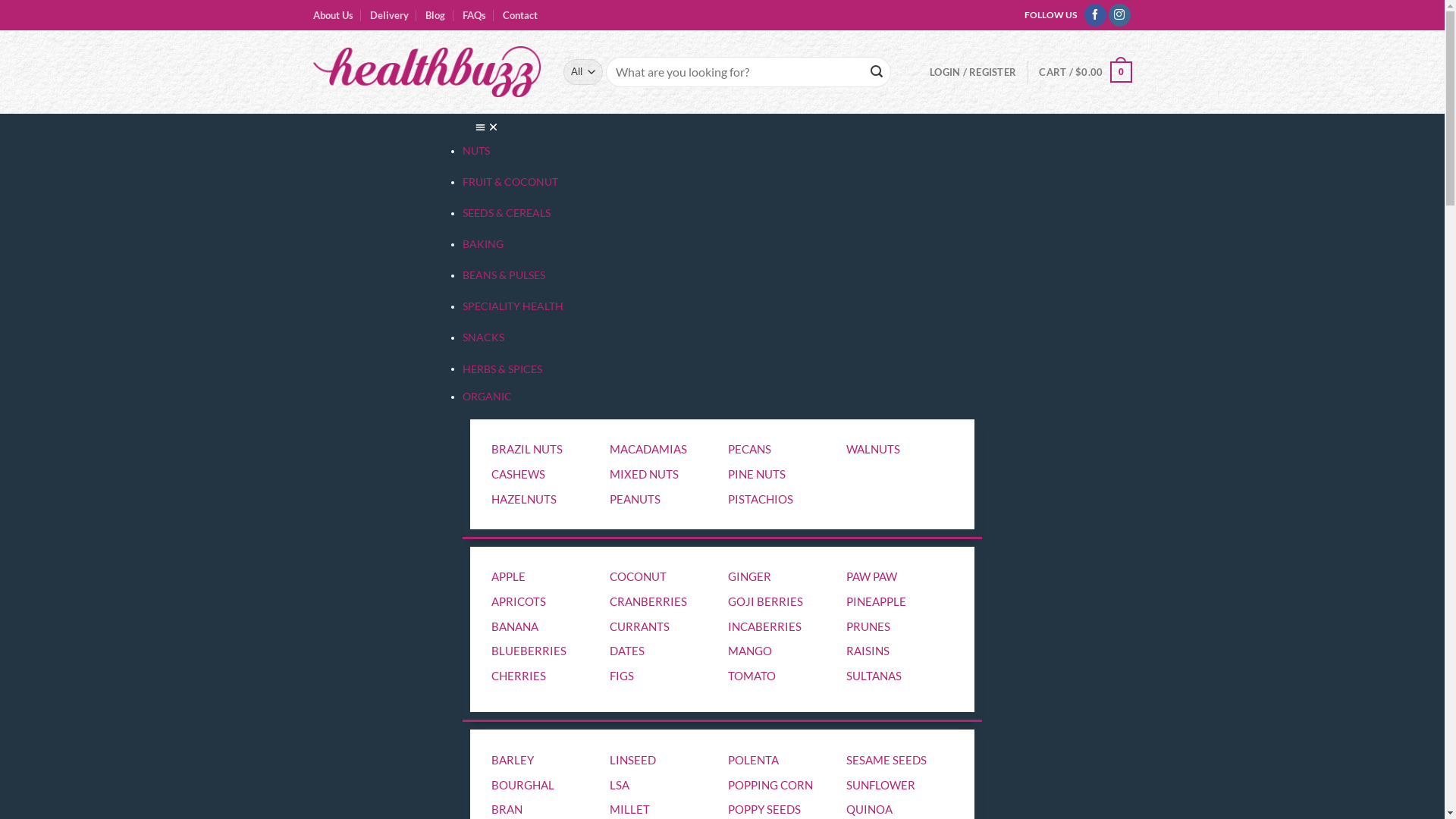  I want to click on 'DATES', so click(626, 649).